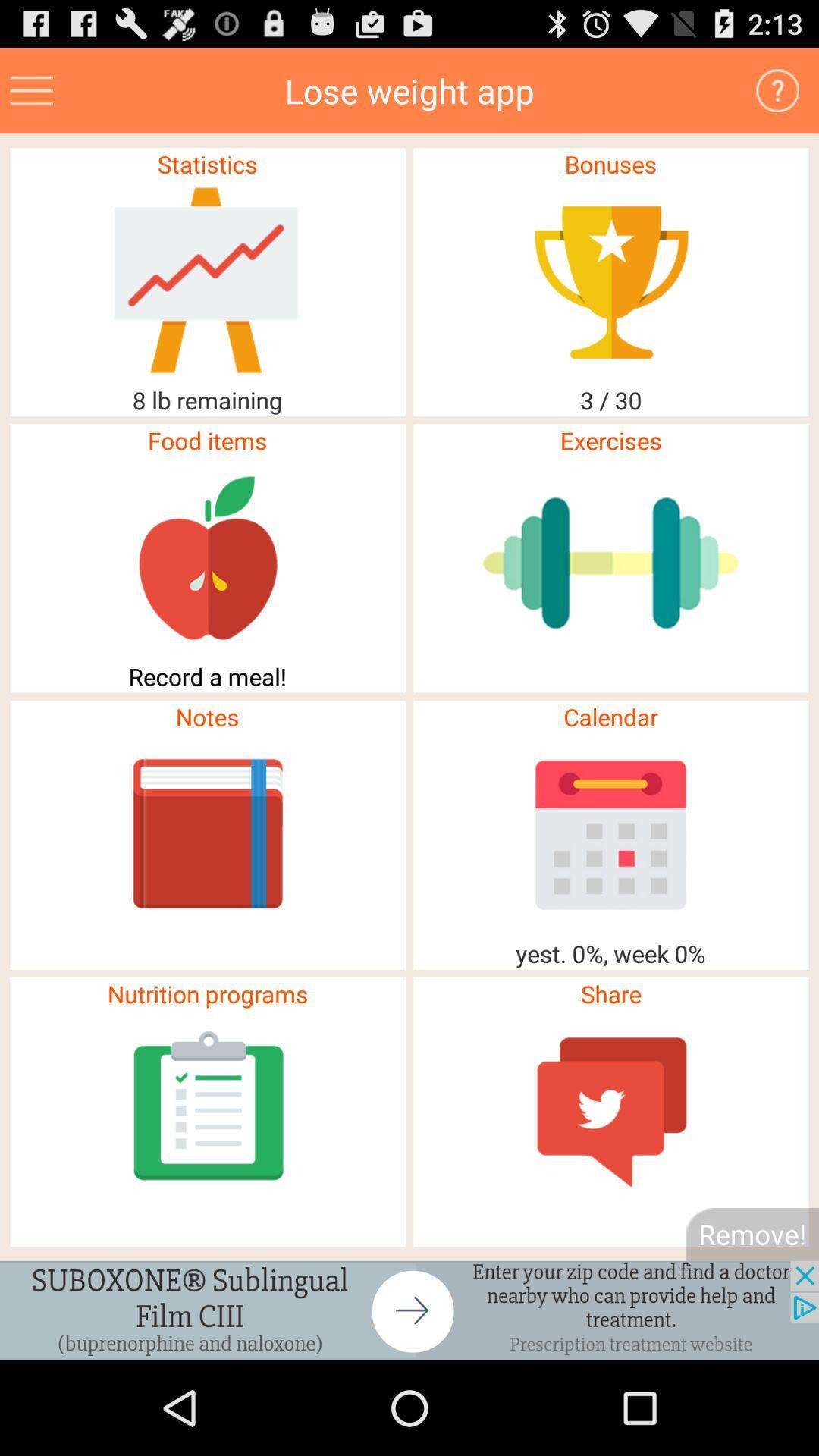  I want to click on the menu icon, so click(31, 96).